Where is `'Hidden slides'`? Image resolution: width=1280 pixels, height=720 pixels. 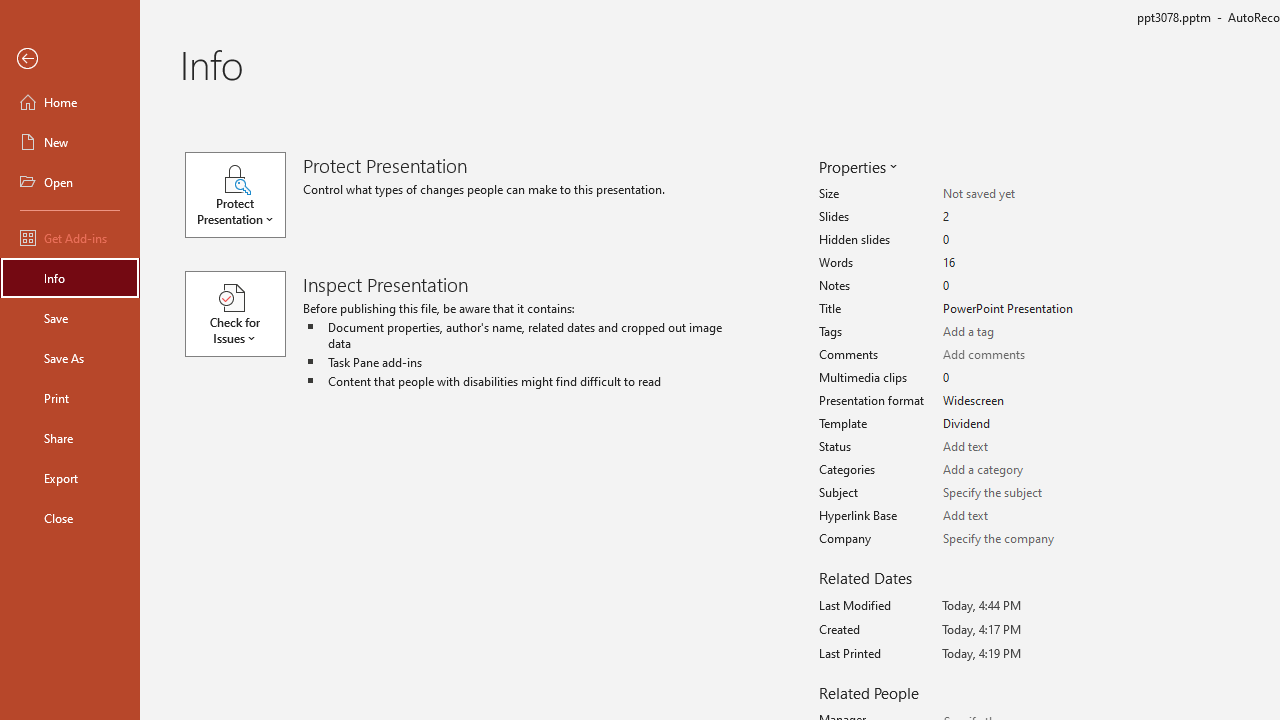
'Hidden slides' is located at coordinates (1012, 239).